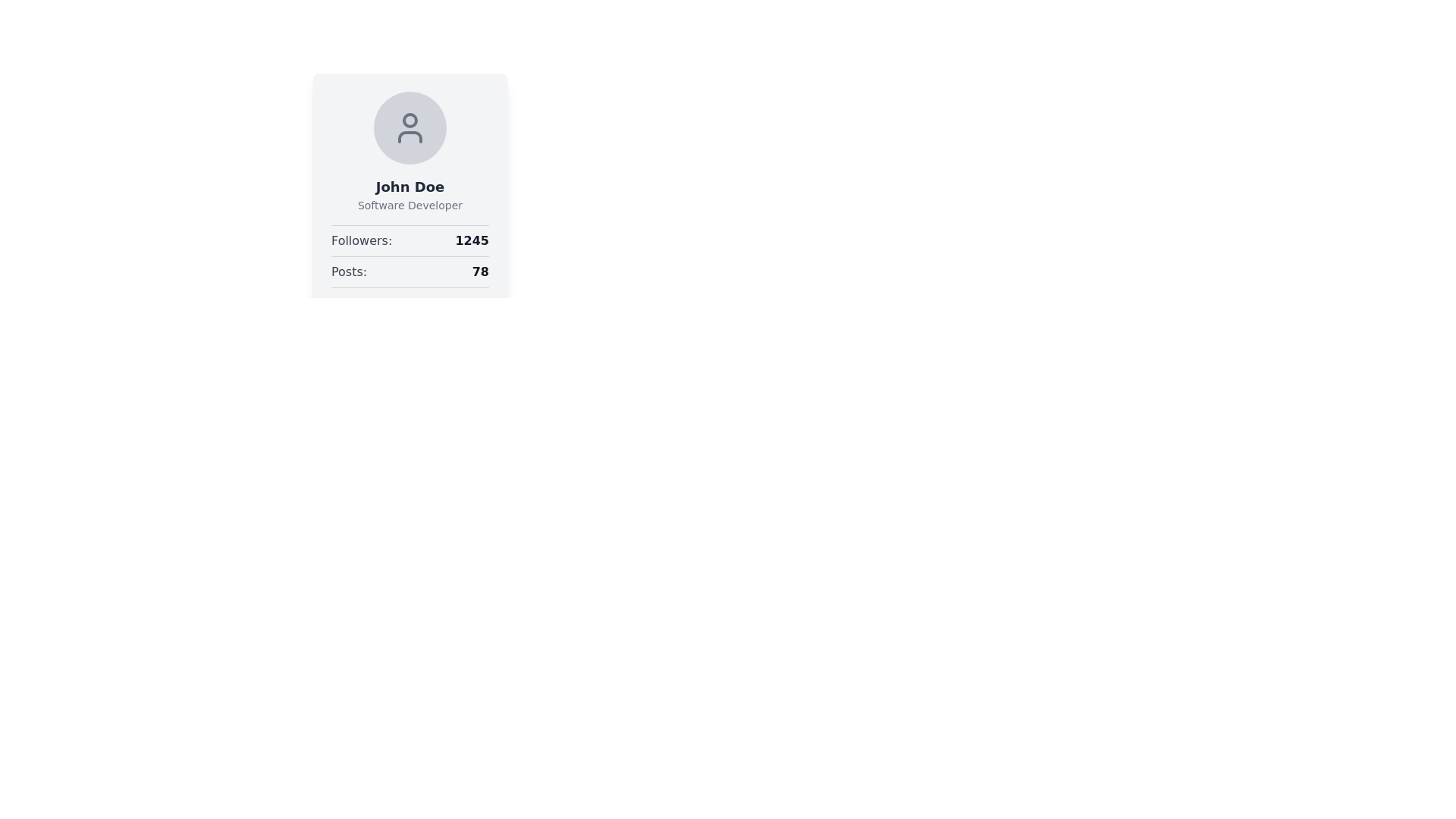  Describe the element at coordinates (361, 240) in the screenshot. I see `the static text label that reads 'Followers:' in a medium-sized, grey font, located in the summary section below the user's name and avatar, and left-aligned with the numerical value '1245'` at that location.